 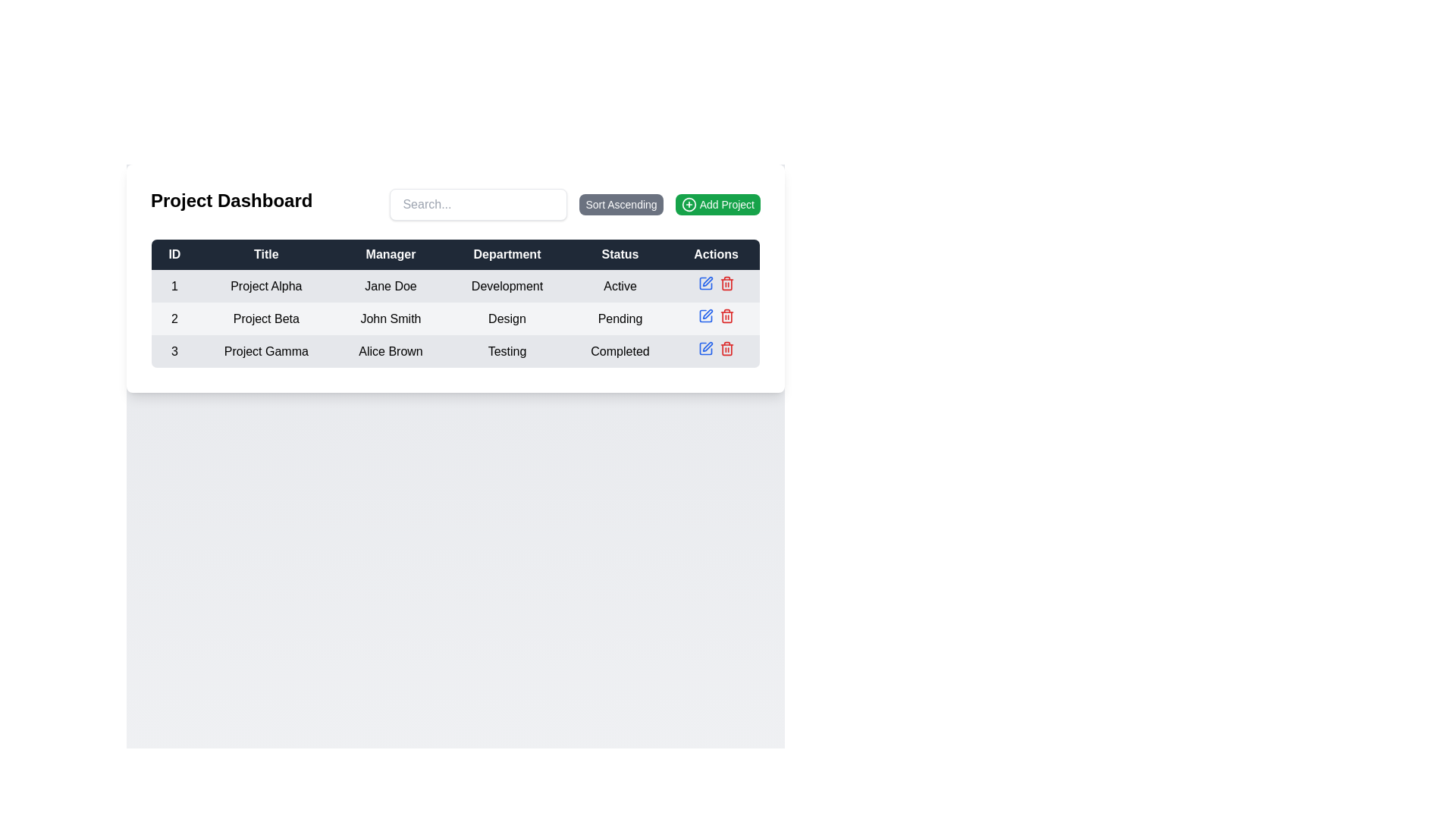 I want to click on the delete icon button, styled in red and resembling a trash can, located in the 'Actions' column of the second row for 'Project Beta', so click(x=726, y=350).